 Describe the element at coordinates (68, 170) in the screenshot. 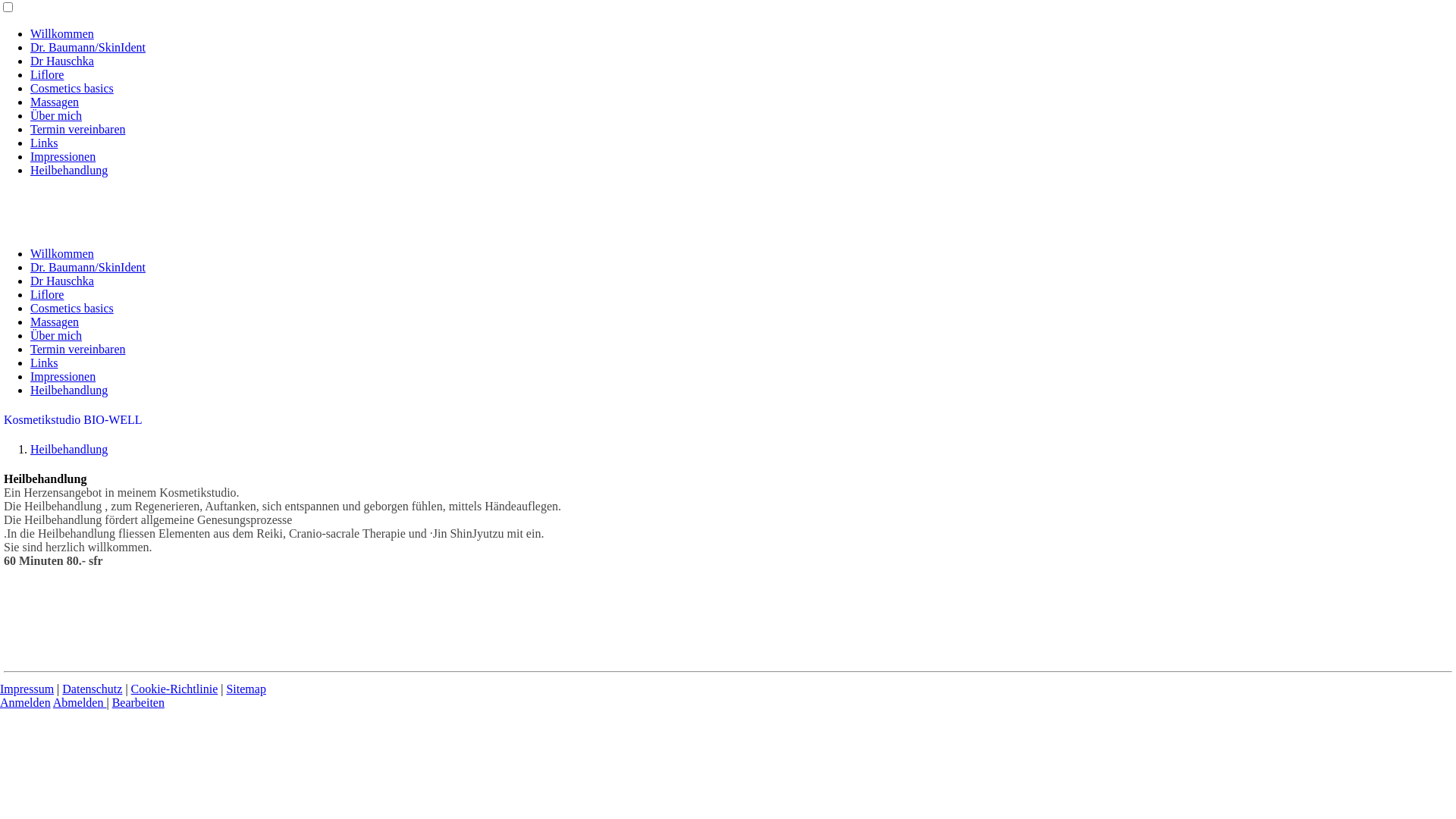

I see `'Heilbehandlung'` at that location.